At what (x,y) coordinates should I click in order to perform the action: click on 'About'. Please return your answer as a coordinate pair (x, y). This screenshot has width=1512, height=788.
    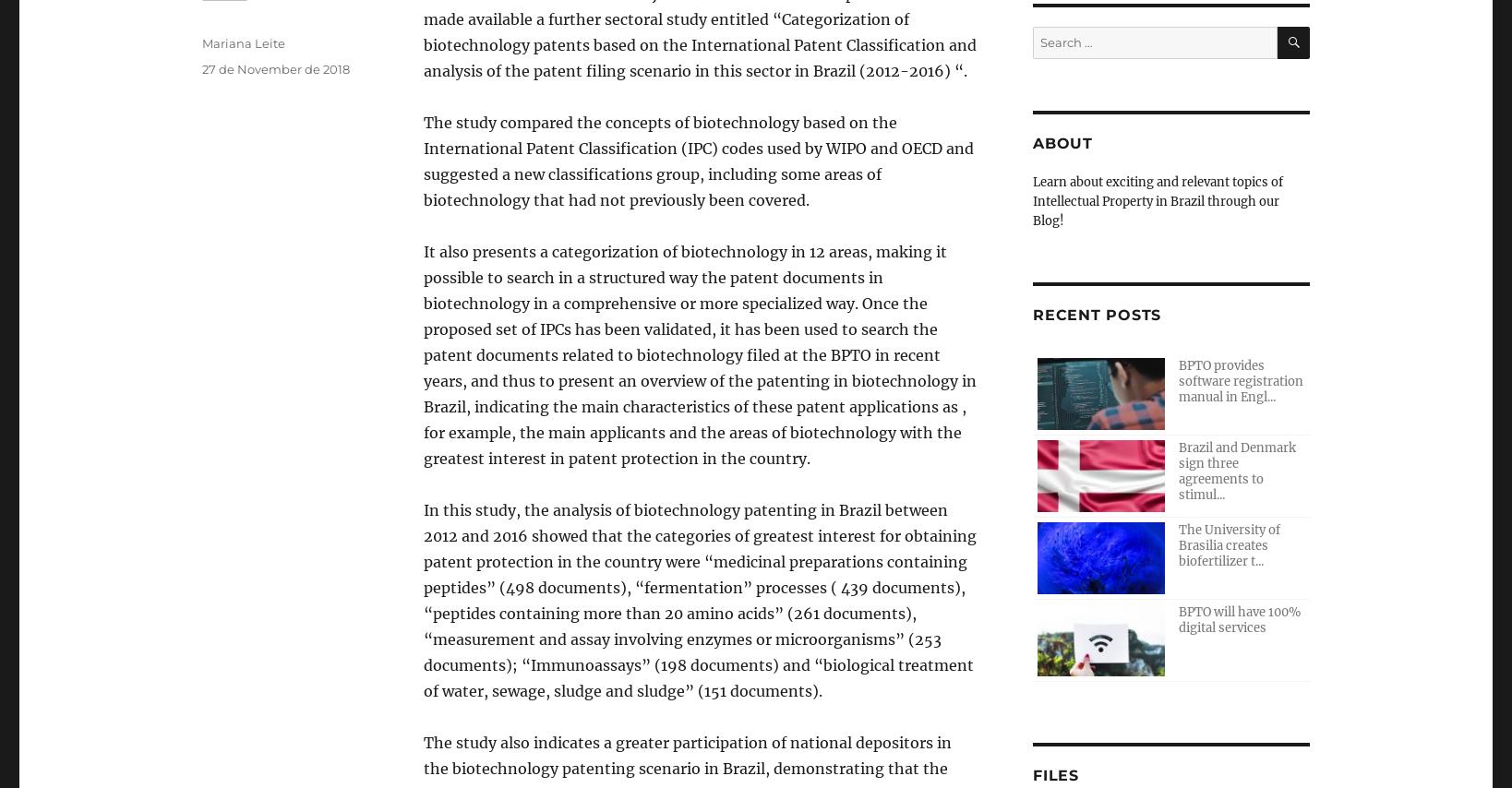
    Looking at the image, I should click on (1033, 143).